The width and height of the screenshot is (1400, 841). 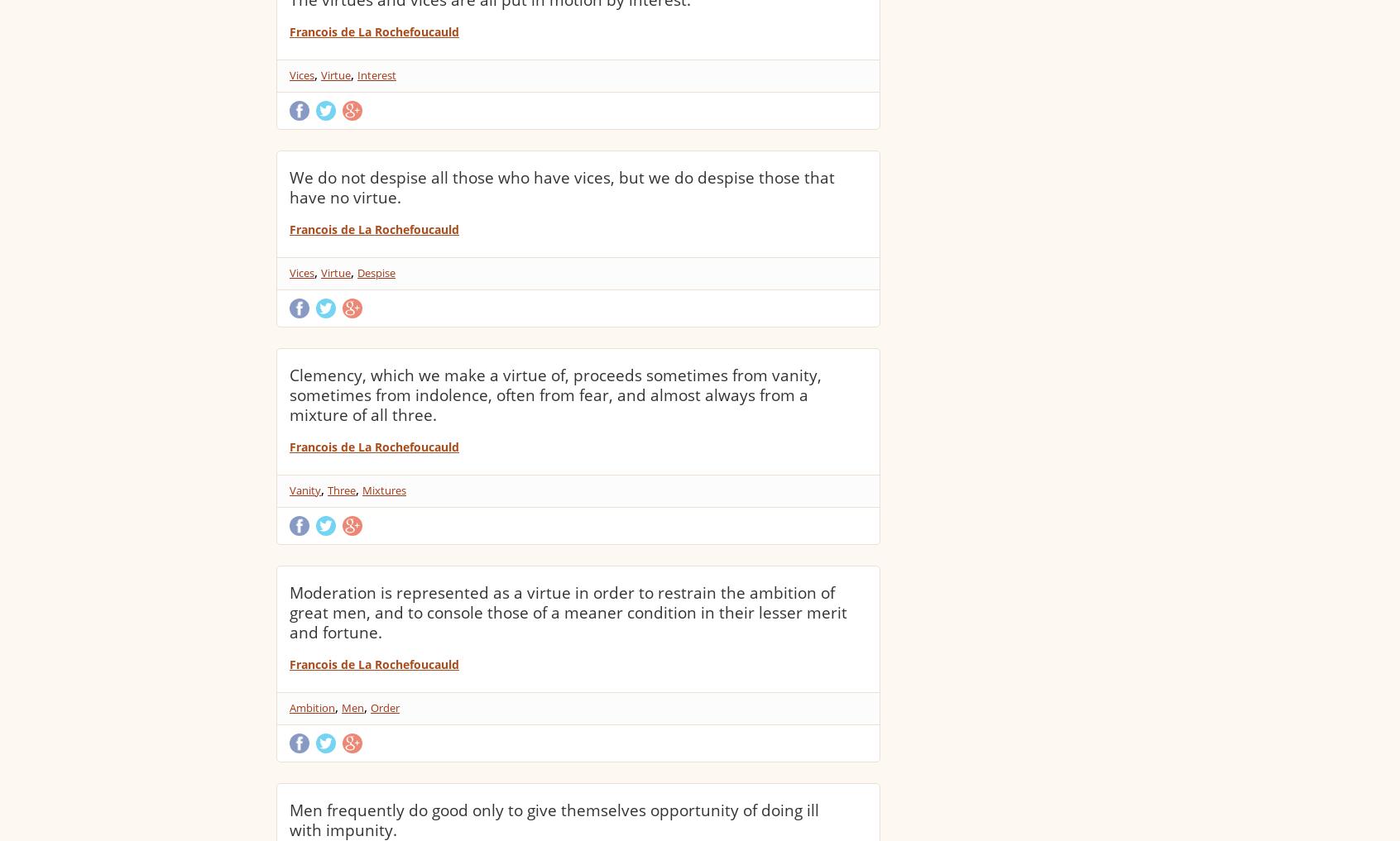 I want to click on 'Ambition', so click(x=312, y=708).